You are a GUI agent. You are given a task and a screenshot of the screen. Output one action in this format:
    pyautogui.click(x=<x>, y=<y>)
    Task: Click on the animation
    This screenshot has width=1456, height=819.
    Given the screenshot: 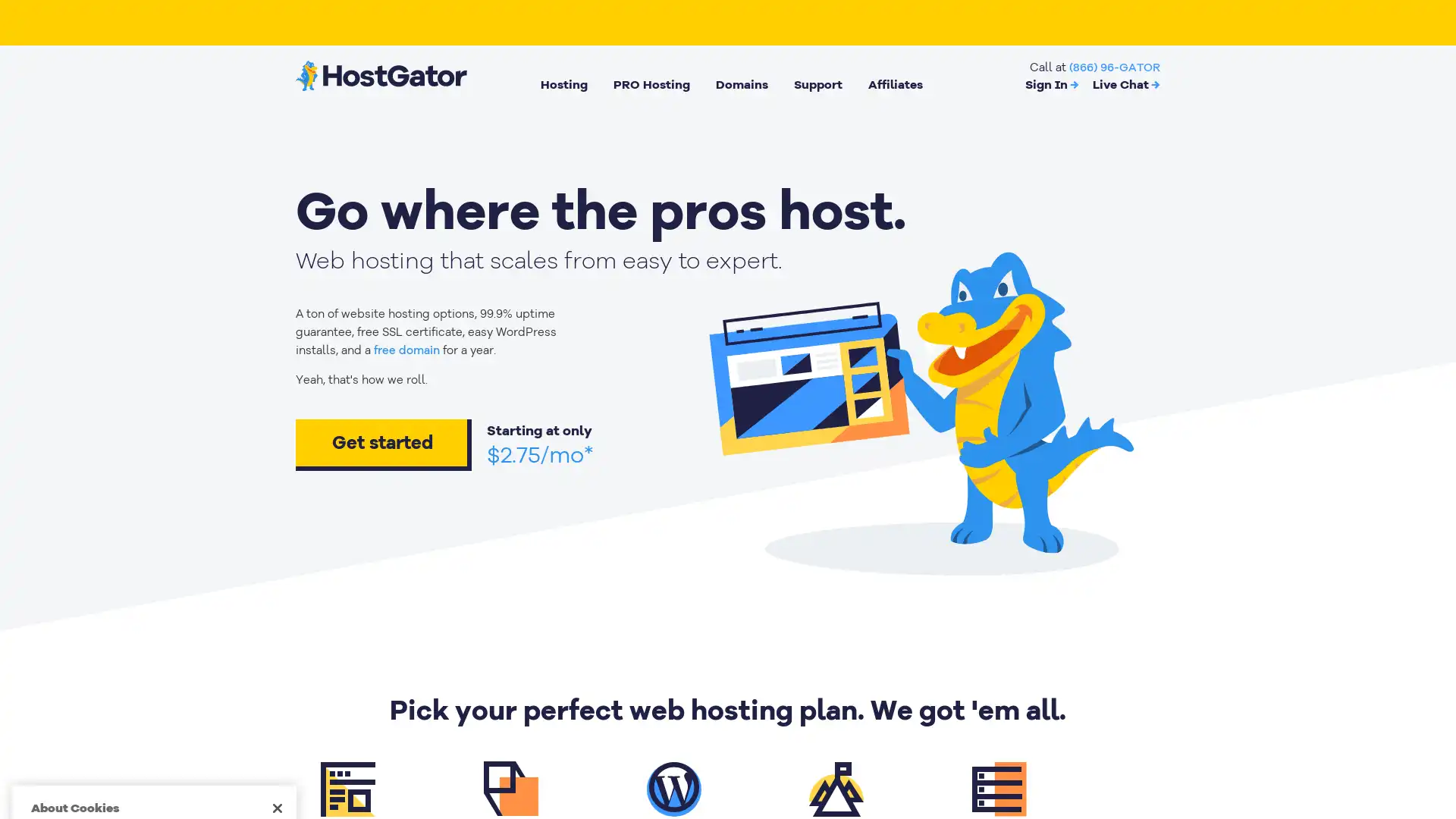 What is the action you would take?
    pyautogui.click(x=919, y=406)
    